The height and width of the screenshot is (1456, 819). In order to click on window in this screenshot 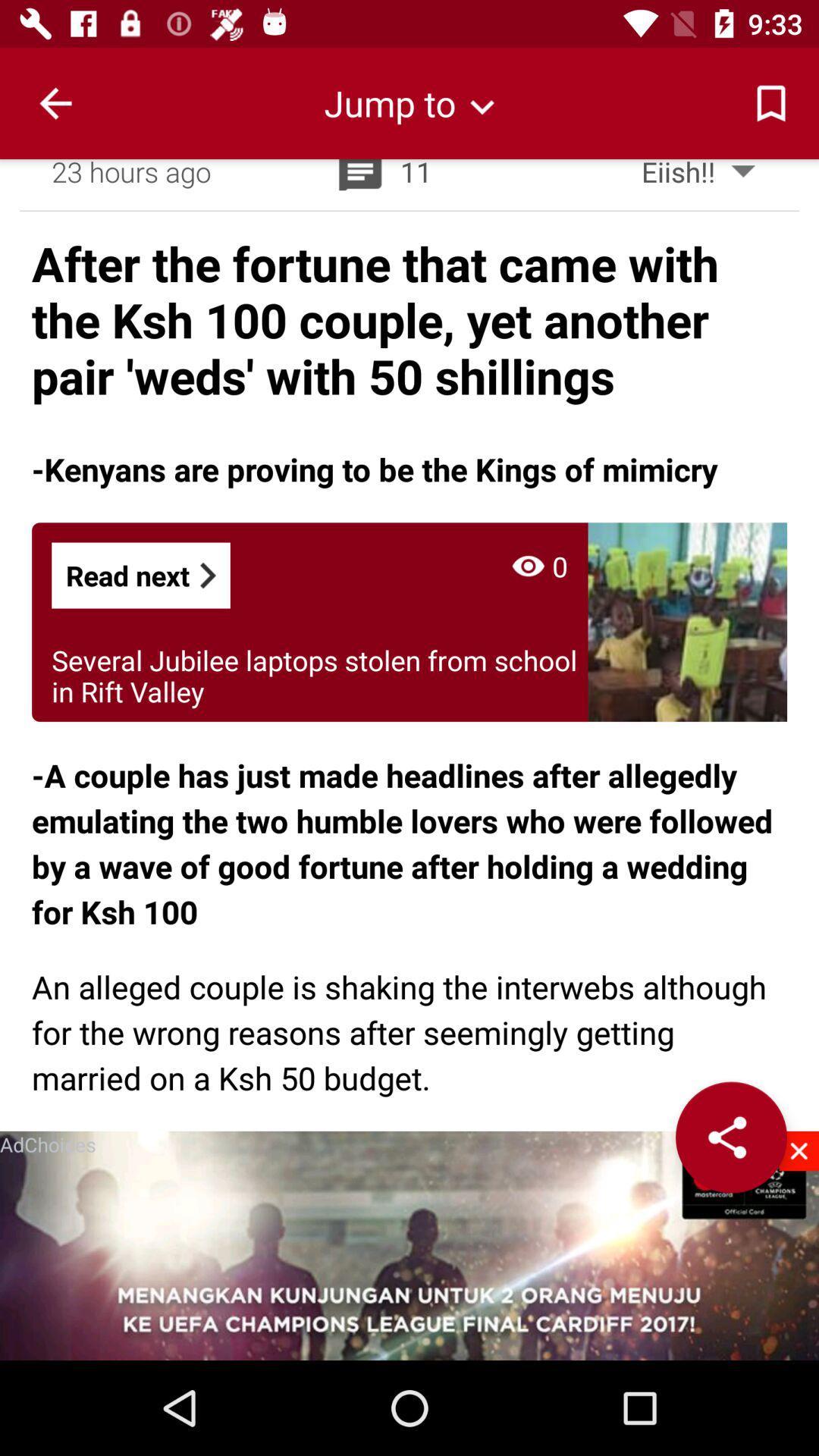, I will do `click(798, 1150)`.